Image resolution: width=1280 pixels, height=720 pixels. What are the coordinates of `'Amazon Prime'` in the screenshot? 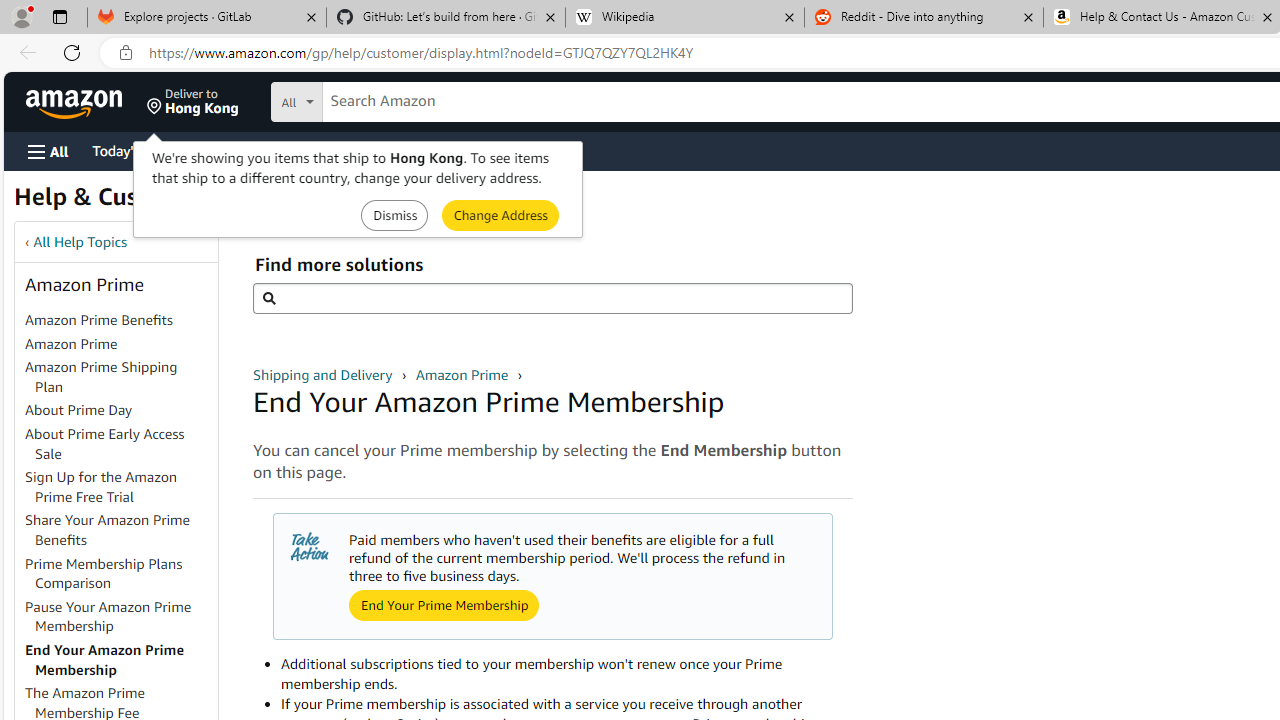 It's located at (71, 342).